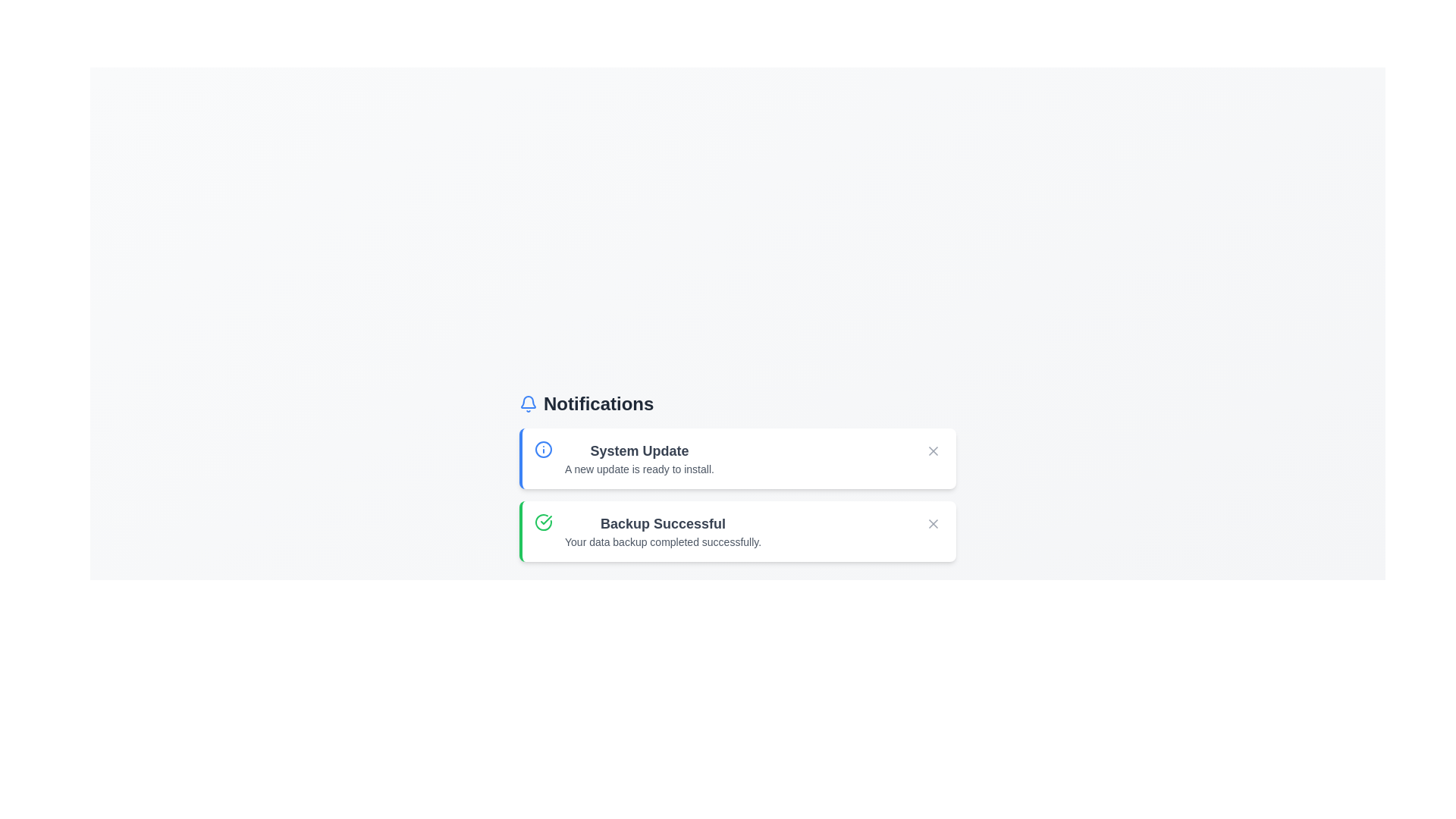 The width and height of the screenshot is (1456, 819). Describe the element at coordinates (639, 450) in the screenshot. I see `the 'System Update' text label, which is styled with a bold font and larger size, located within the notification card in the 'Notifications' section` at that location.